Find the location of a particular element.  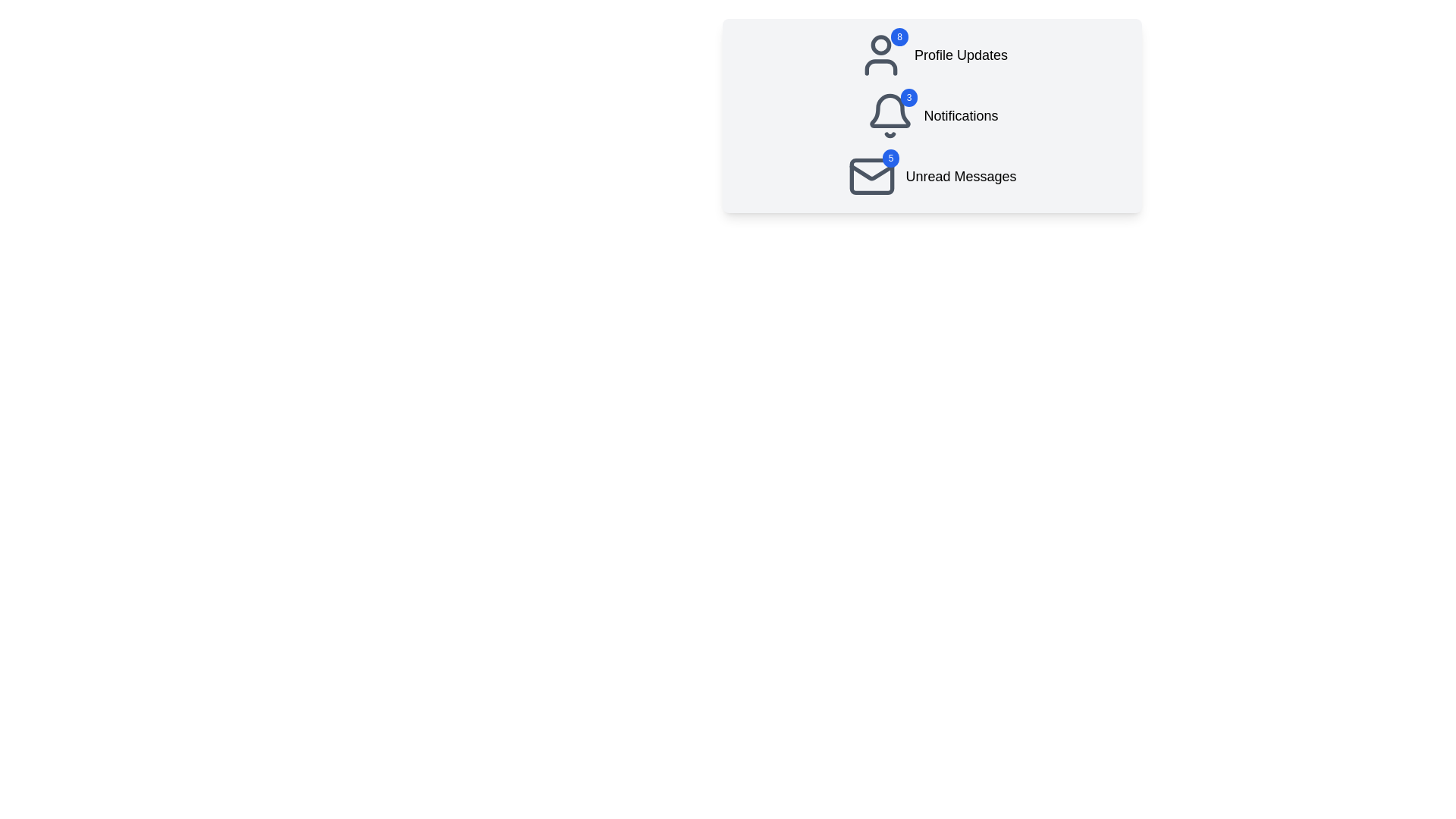

the Notification Badge located at the top-right corner of the user icon, which indicates the number of updates or alerts associated with the profile is located at coordinates (880, 55).